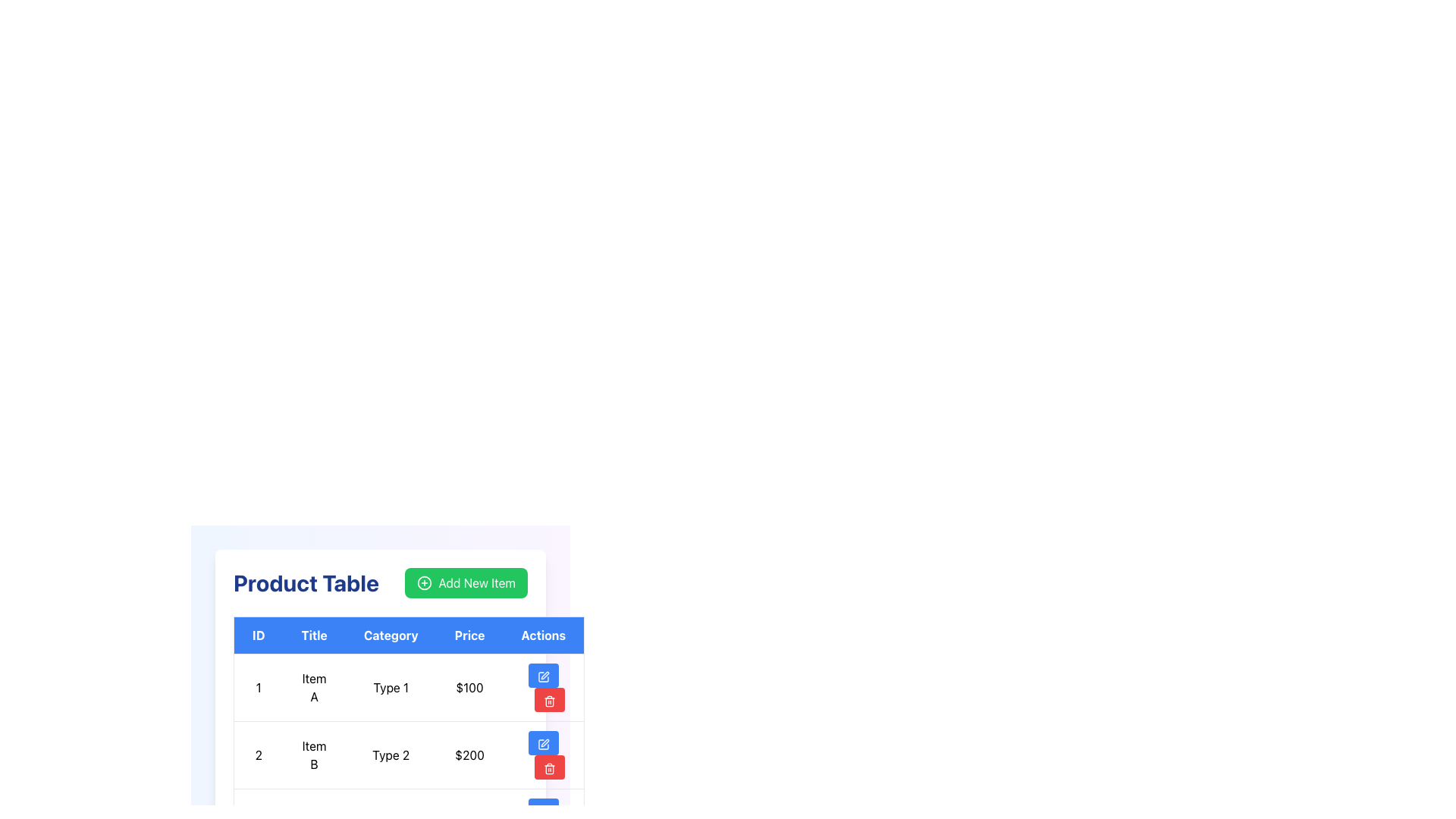 Image resolution: width=1456 pixels, height=819 pixels. Describe the element at coordinates (543, 743) in the screenshot. I see `the blue action button icon located in the second row of the 'Actions' column in the displayed data table` at that location.